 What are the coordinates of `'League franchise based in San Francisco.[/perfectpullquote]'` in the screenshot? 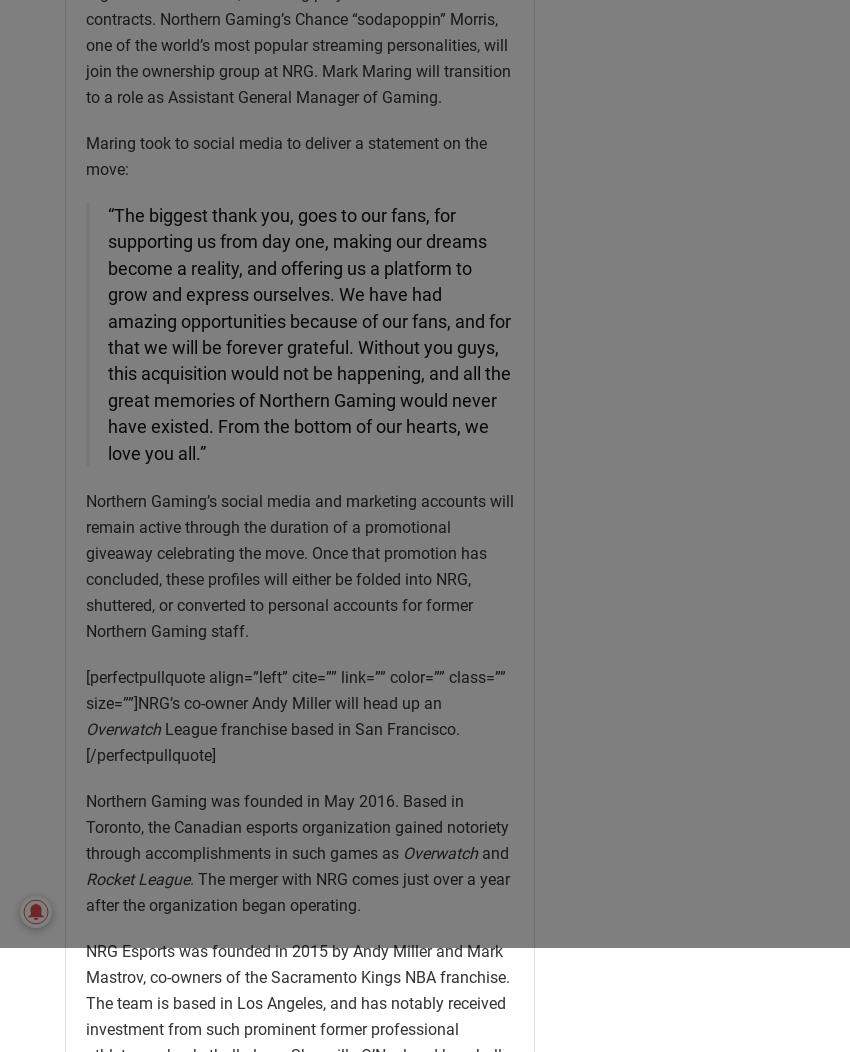 It's located at (272, 741).